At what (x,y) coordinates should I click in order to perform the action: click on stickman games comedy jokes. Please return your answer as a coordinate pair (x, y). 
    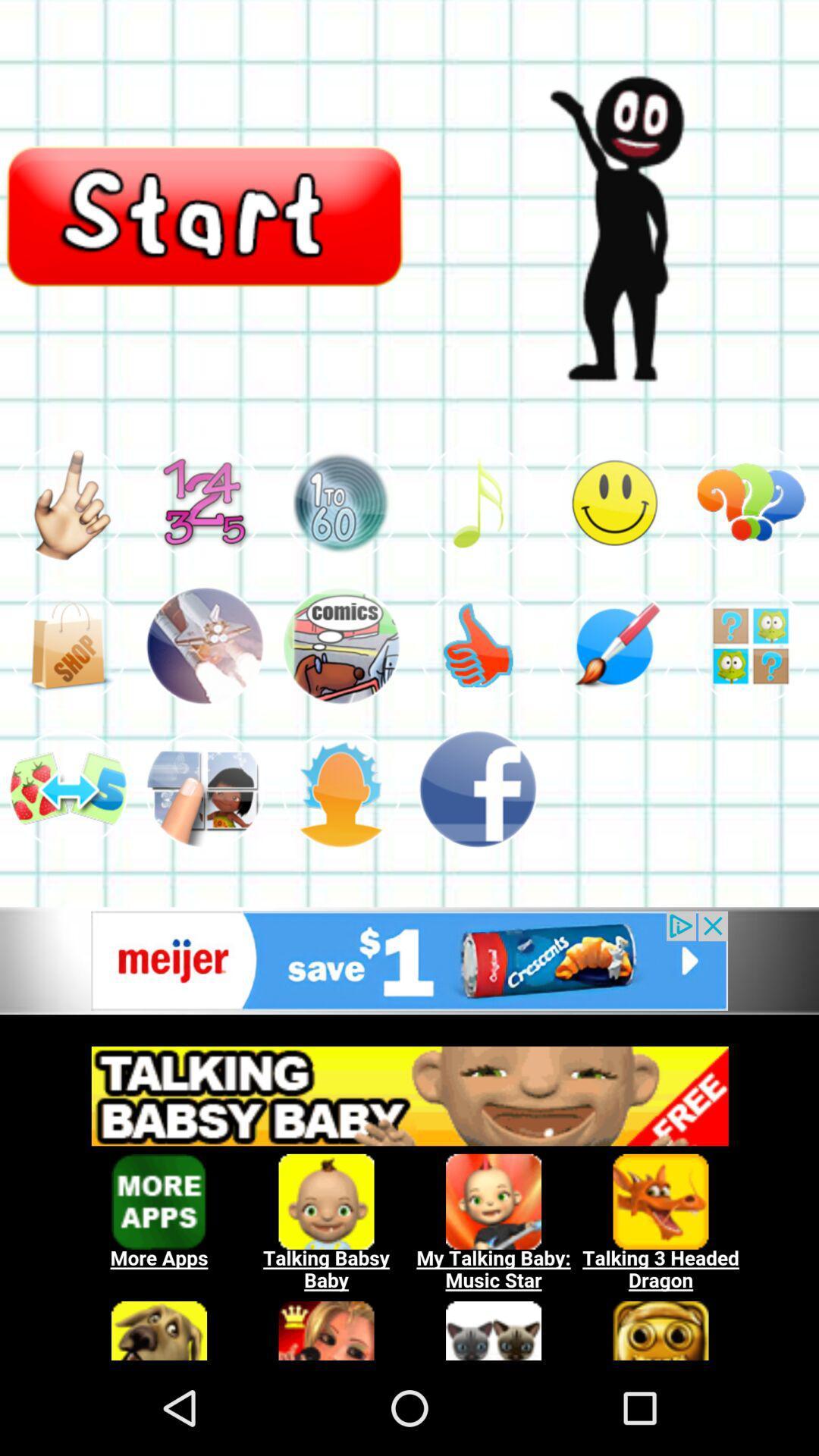
    Looking at the image, I should click on (341, 502).